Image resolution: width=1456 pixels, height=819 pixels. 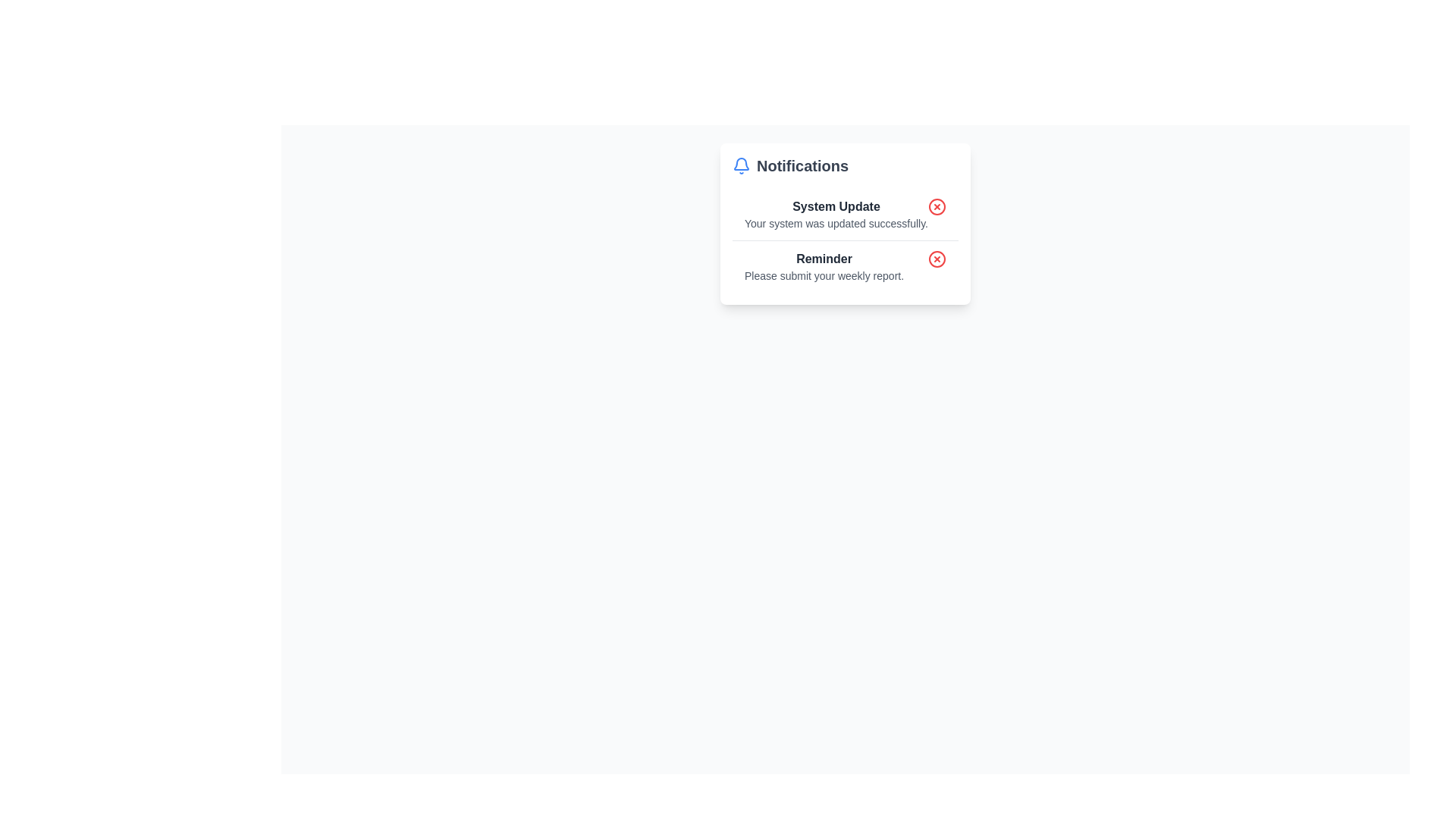 I want to click on the decorative SVG circle that outlines the dismissal button for the 'System Update' notification in the top notification entry box, so click(x=937, y=207).